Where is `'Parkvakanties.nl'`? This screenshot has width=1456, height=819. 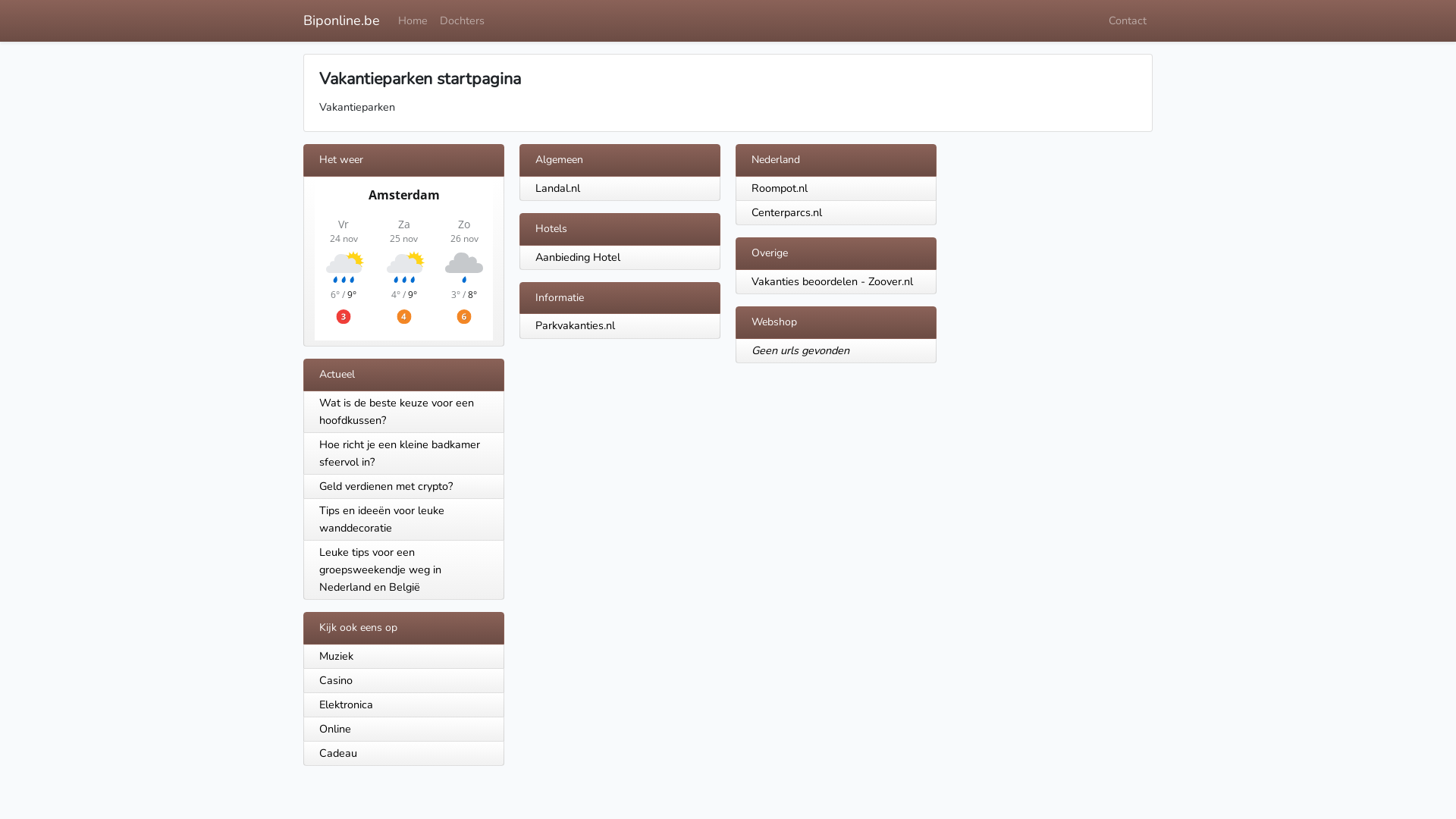
'Parkvakanties.nl' is located at coordinates (574, 324).